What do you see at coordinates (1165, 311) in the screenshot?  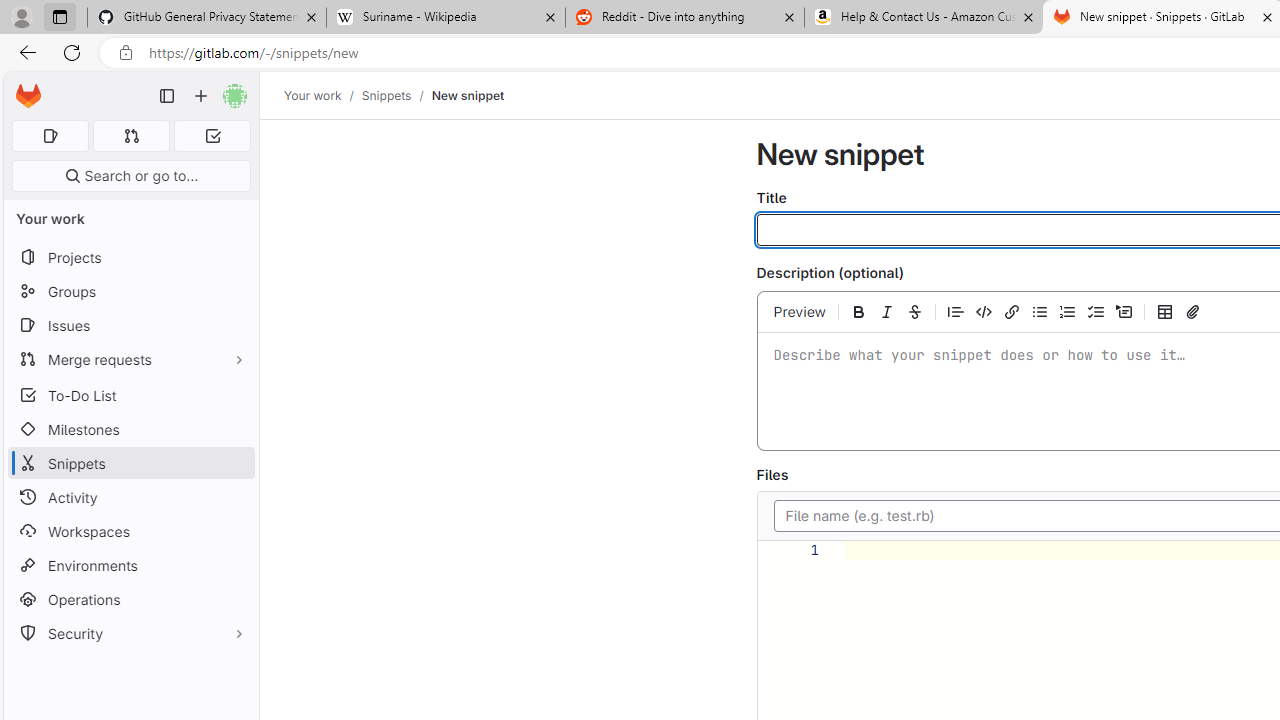 I see `'Add a table'` at bounding box center [1165, 311].